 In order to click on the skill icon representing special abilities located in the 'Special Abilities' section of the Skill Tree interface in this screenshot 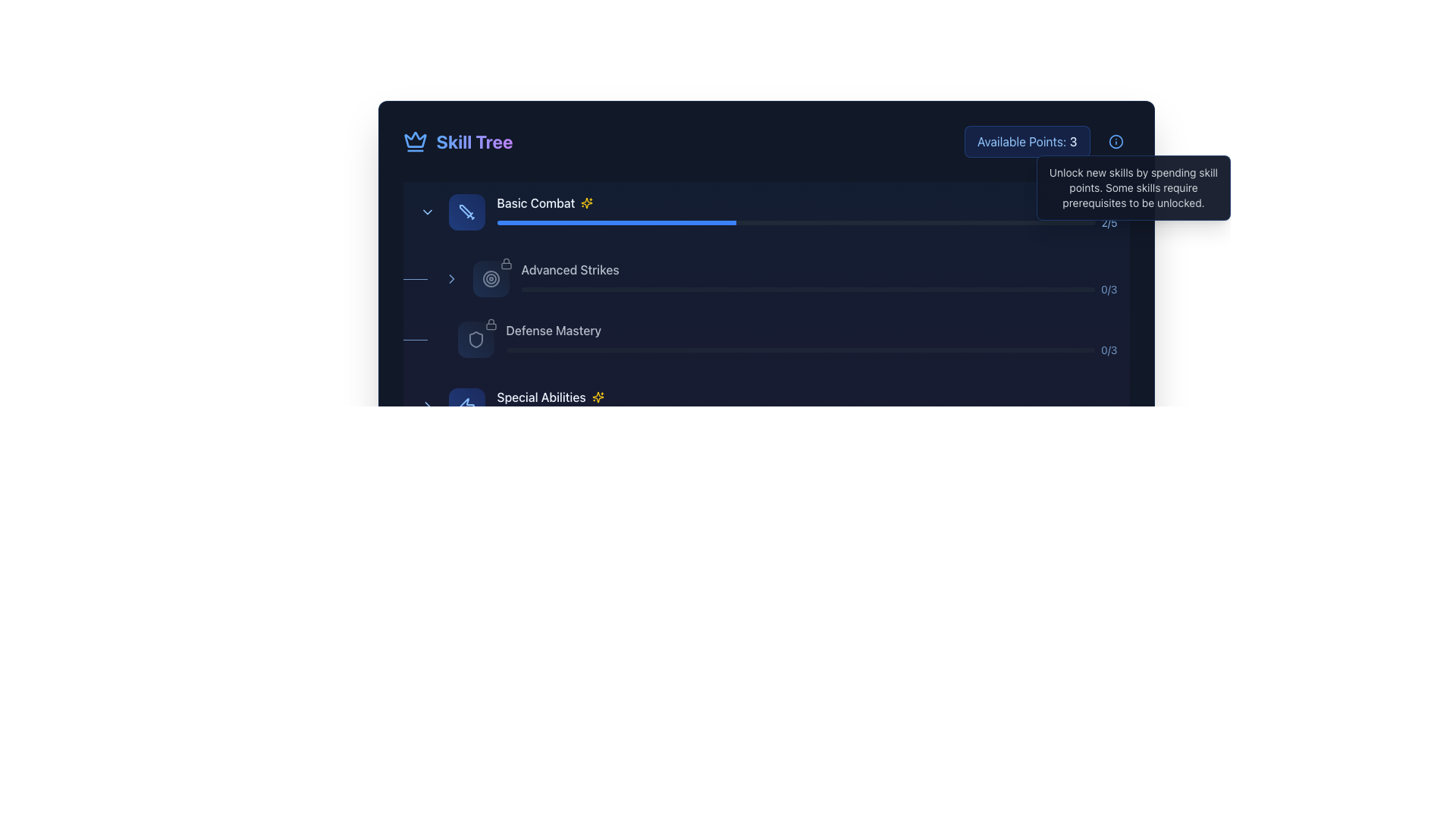, I will do `click(466, 406)`.